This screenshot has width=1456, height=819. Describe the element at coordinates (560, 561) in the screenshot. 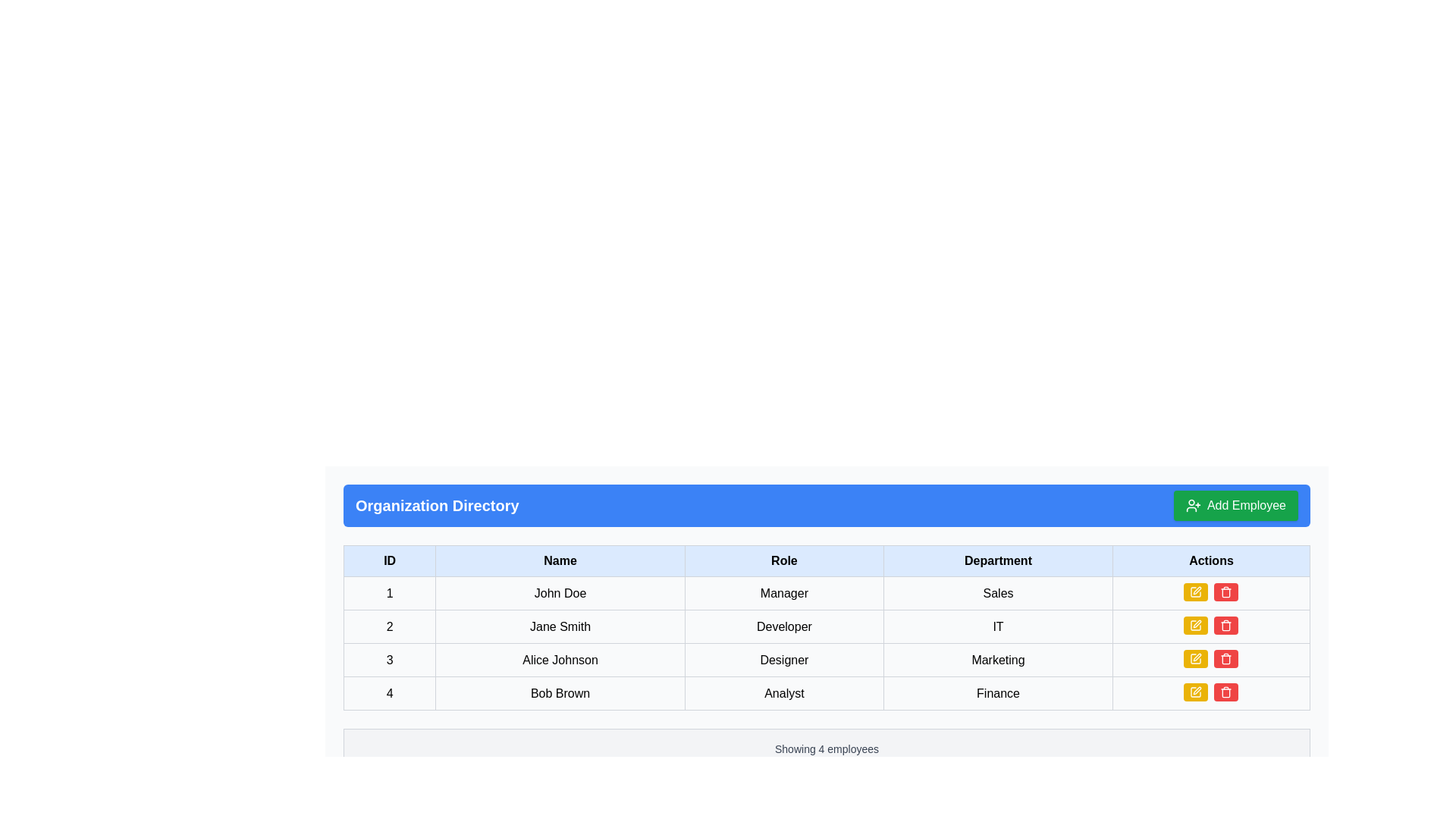

I see `the table header cell displaying the text 'Name', which is the second header cell in a row of five headers, located between 'ID' and 'Role'` at that location.